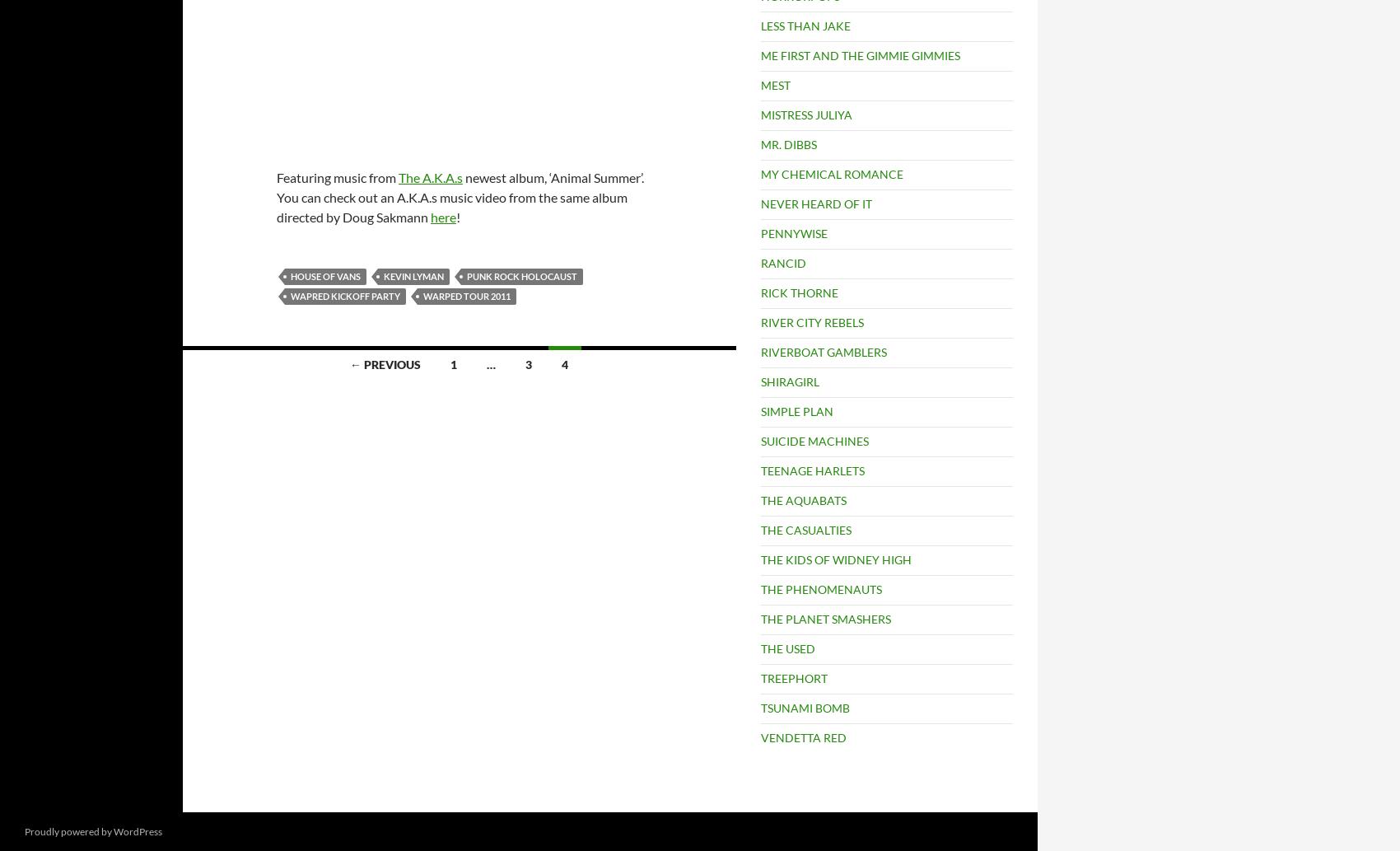 The width and height of the screenshot is (1400, 851). I want to click on 'VENDETTA RED', so click(802, 736).